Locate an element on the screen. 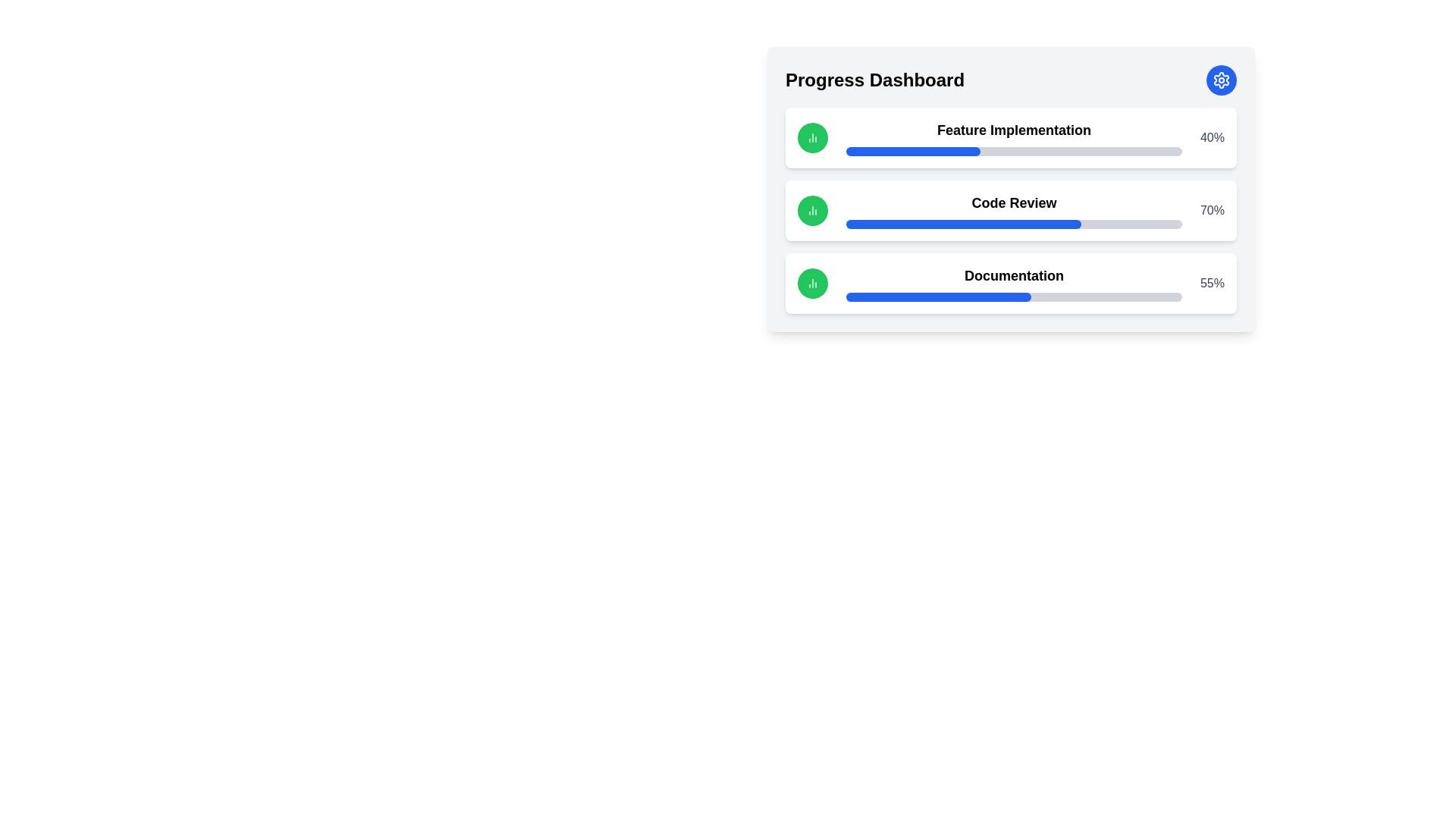 This screenshot has height=819, width=1456. the second horizontal progress bar in the 'Code Review' section, which has a gray background and a blue filled section covering 70% of its width is located at coordinates (1014, 224).